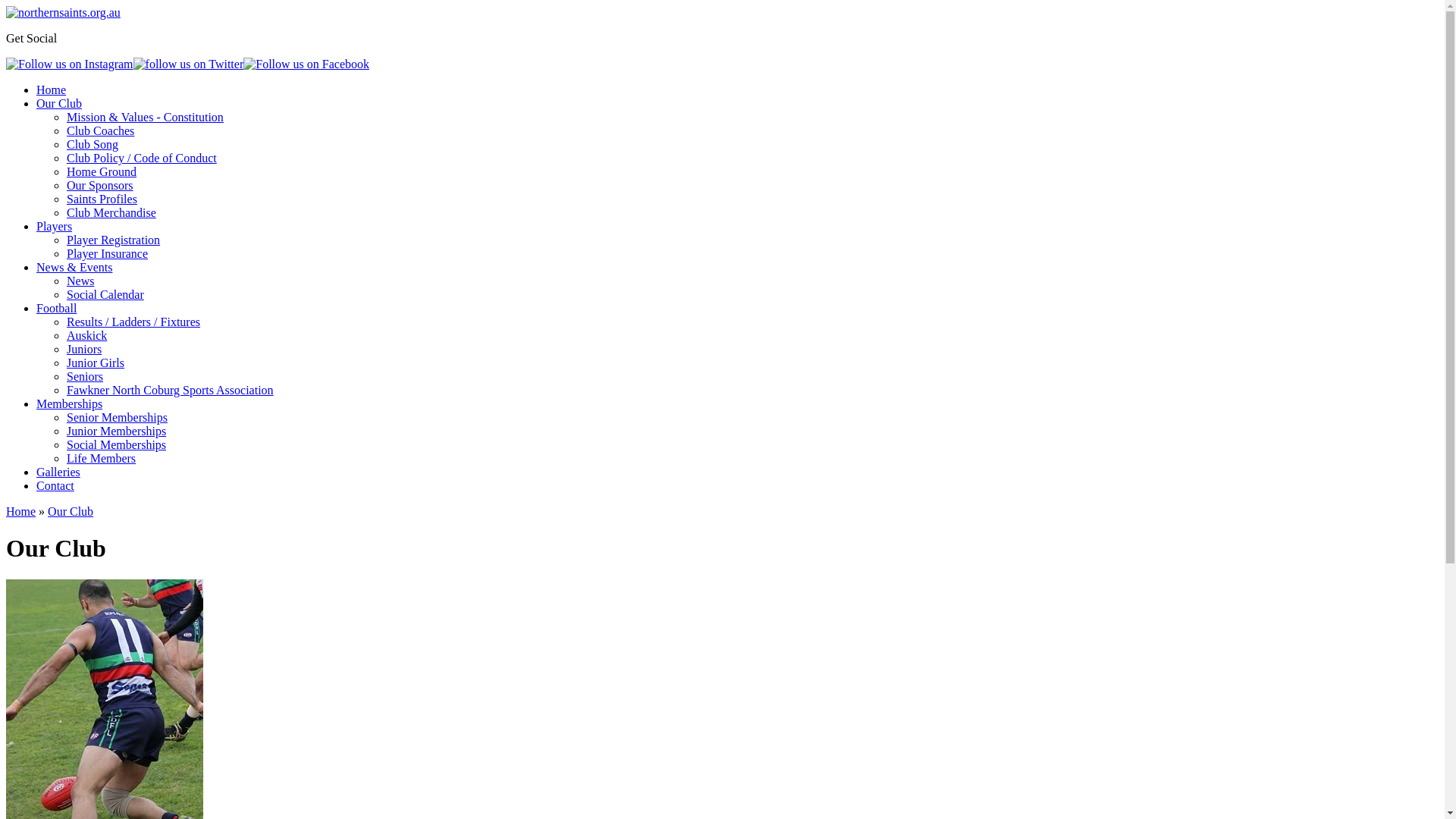 The height and width of the screenshot is (819, 1456). I want to click on 'Junior Memberships', so click(115, 431).